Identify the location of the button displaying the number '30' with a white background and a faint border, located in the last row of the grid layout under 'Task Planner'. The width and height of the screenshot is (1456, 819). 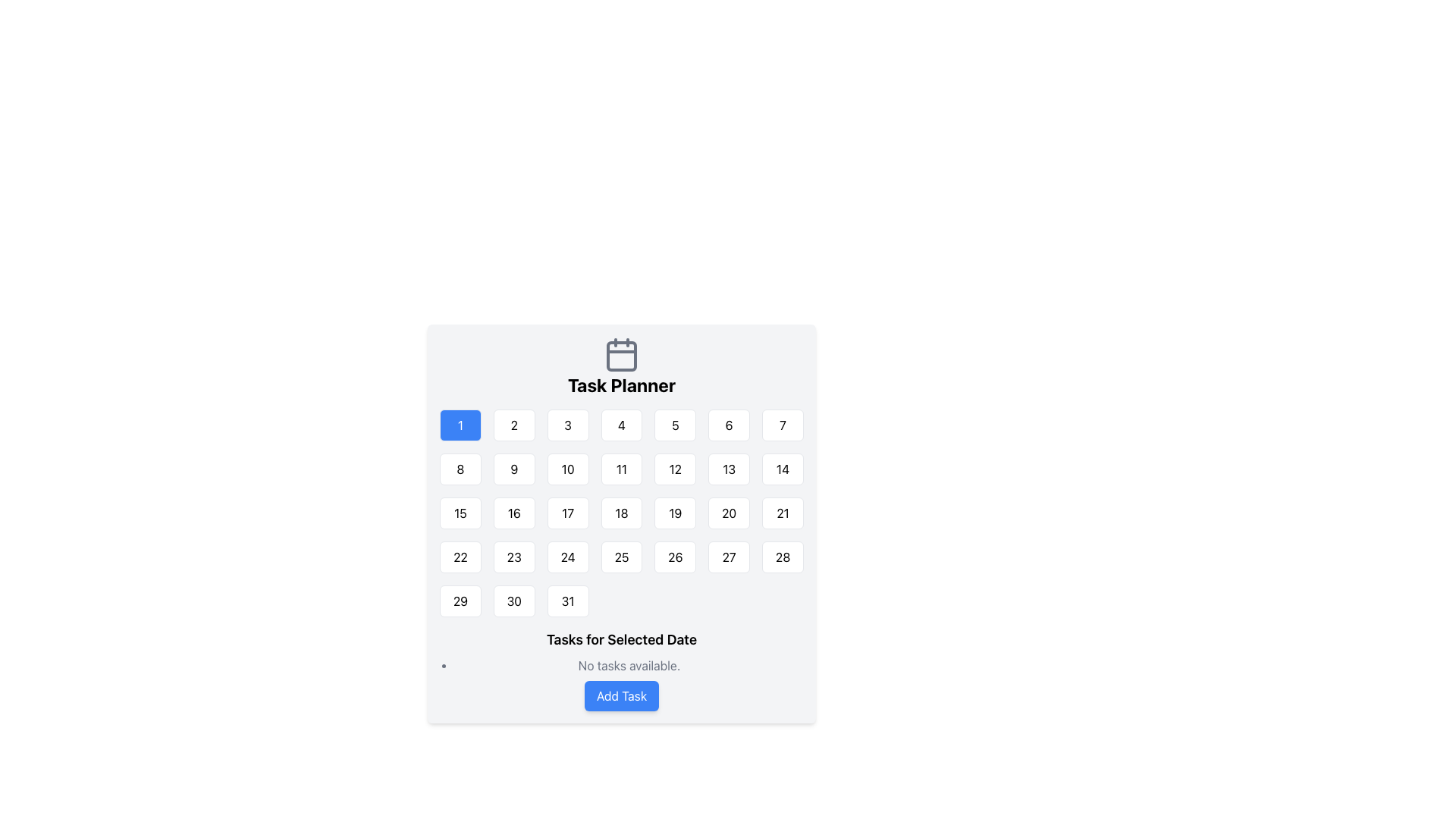
(514, 601).